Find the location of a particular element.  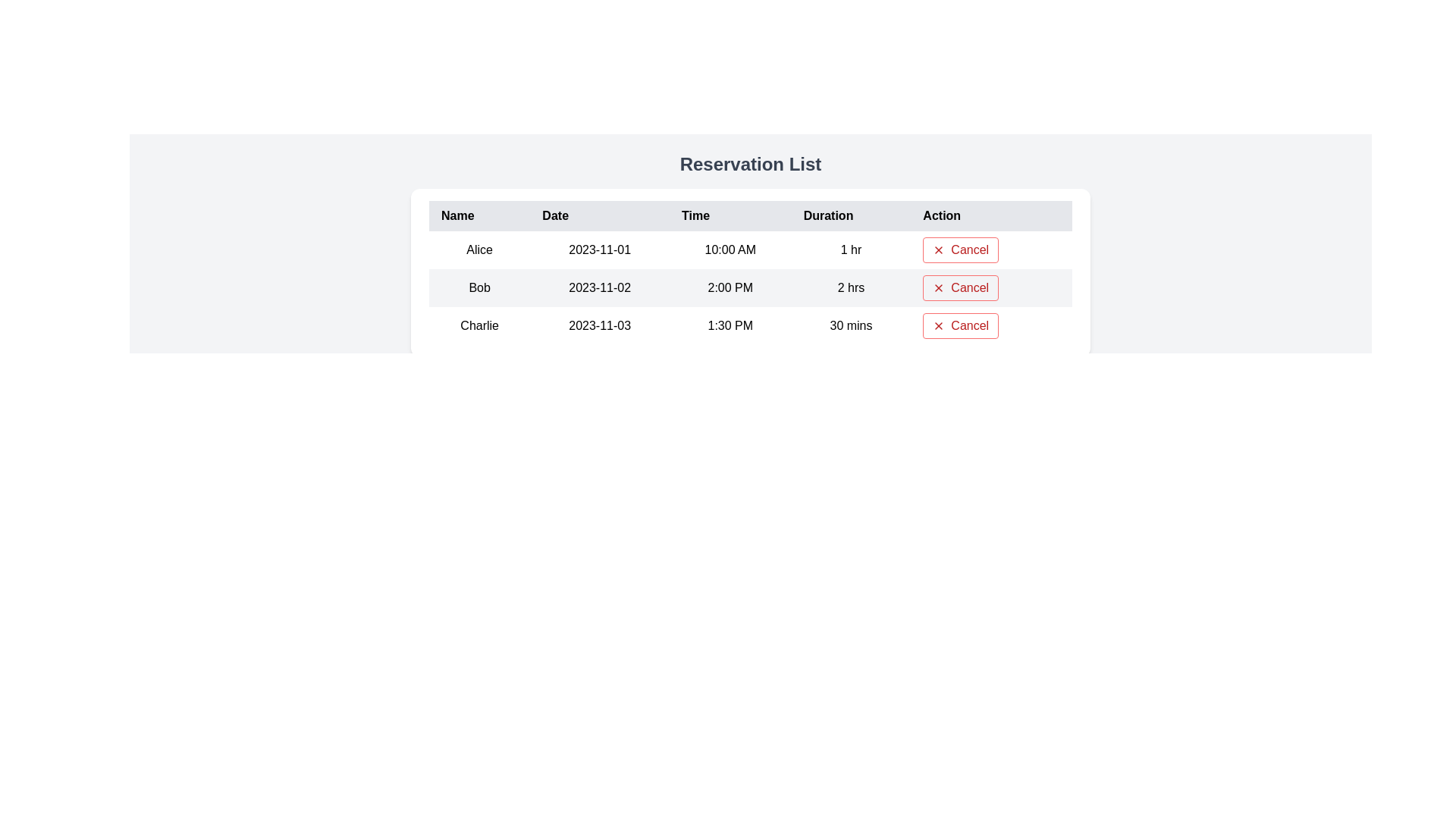

the text display showing '2 hrs' in the 'Duration' column for the entry corresponding to 'Bob' at '2:00 PM' is located at coordinates (851, 288).